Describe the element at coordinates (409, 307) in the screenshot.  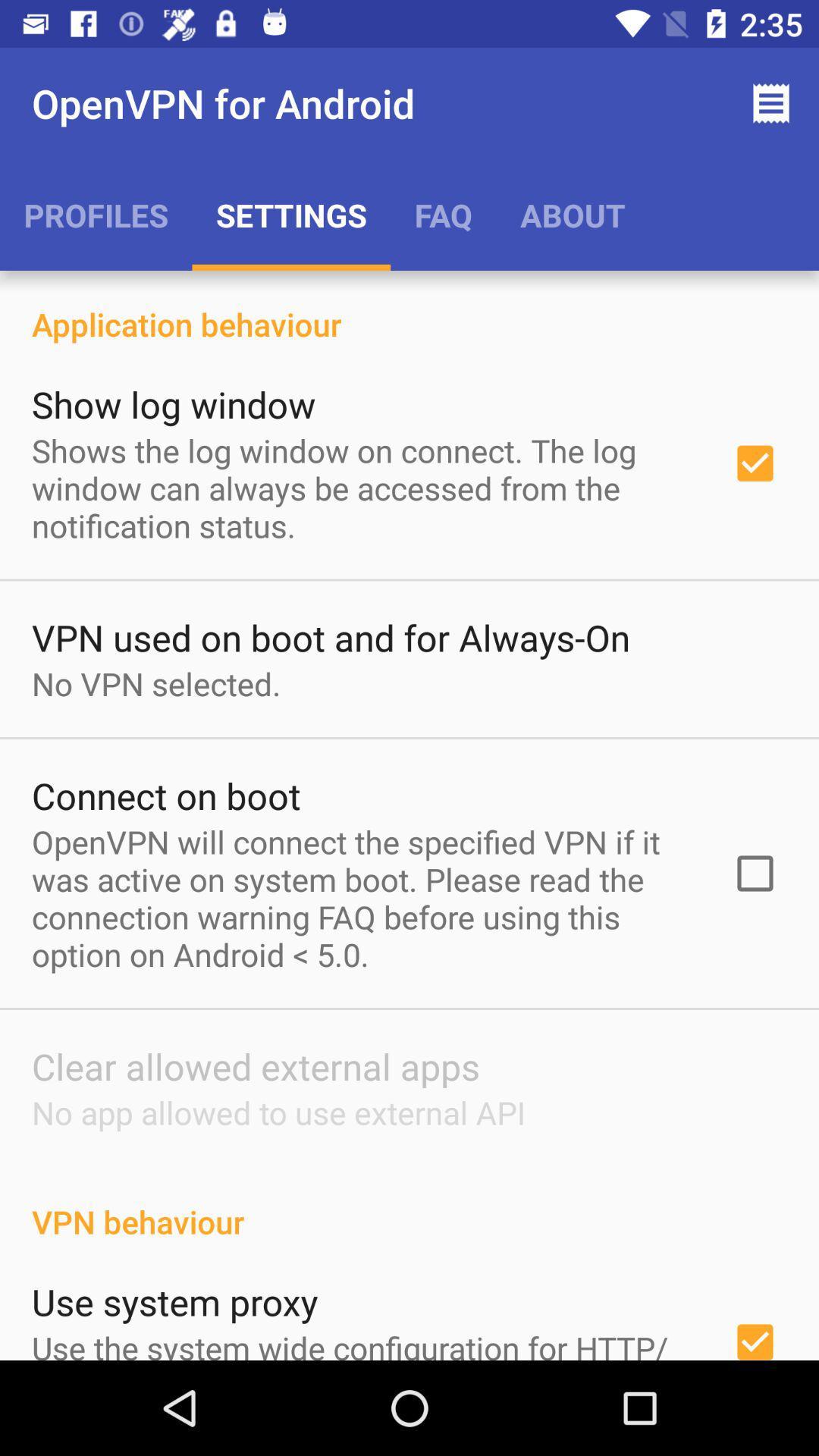
I see `the application behaviour` at that location.